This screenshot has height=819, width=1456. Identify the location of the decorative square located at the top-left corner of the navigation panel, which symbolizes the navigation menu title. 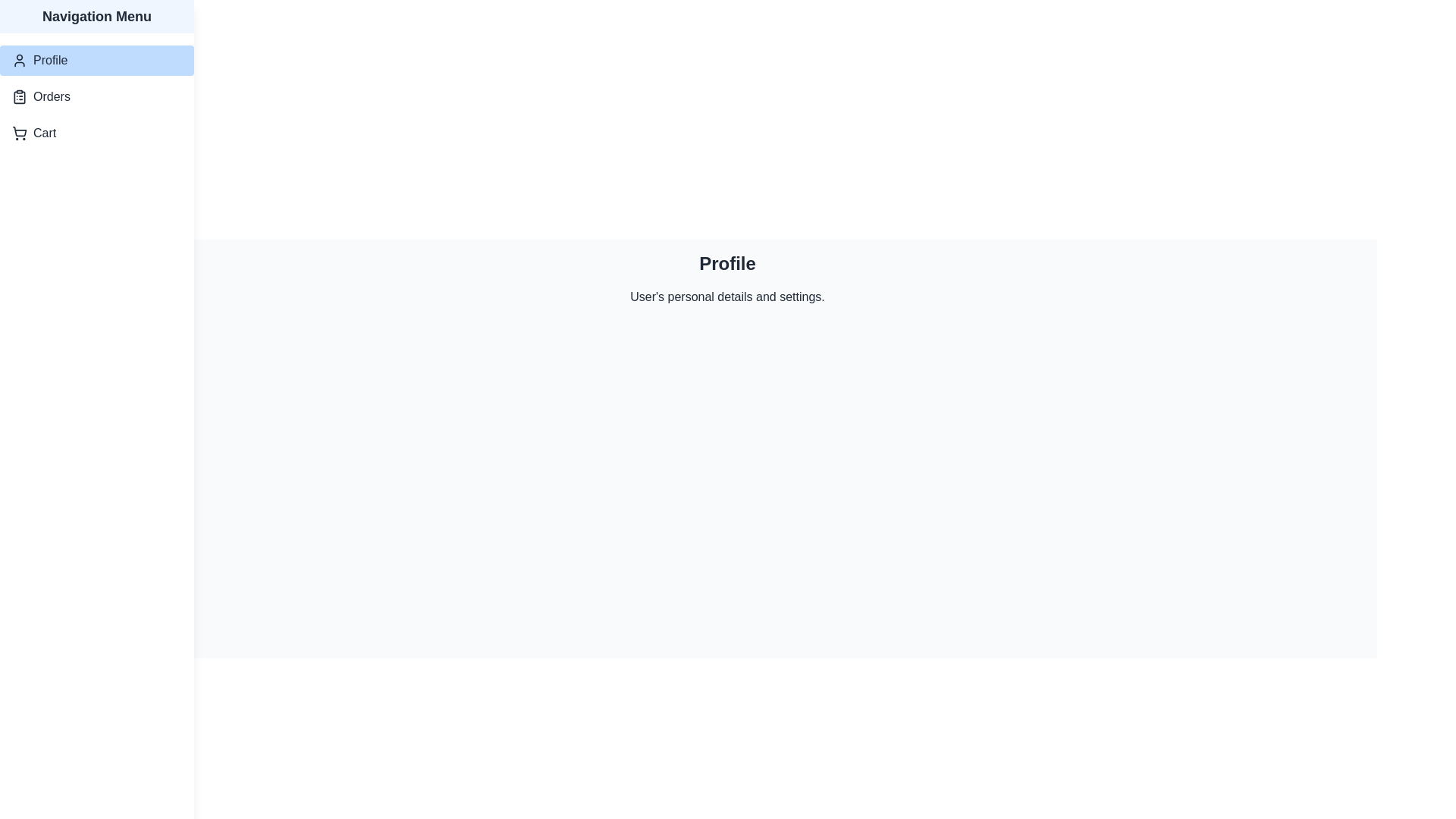
(29, 26).